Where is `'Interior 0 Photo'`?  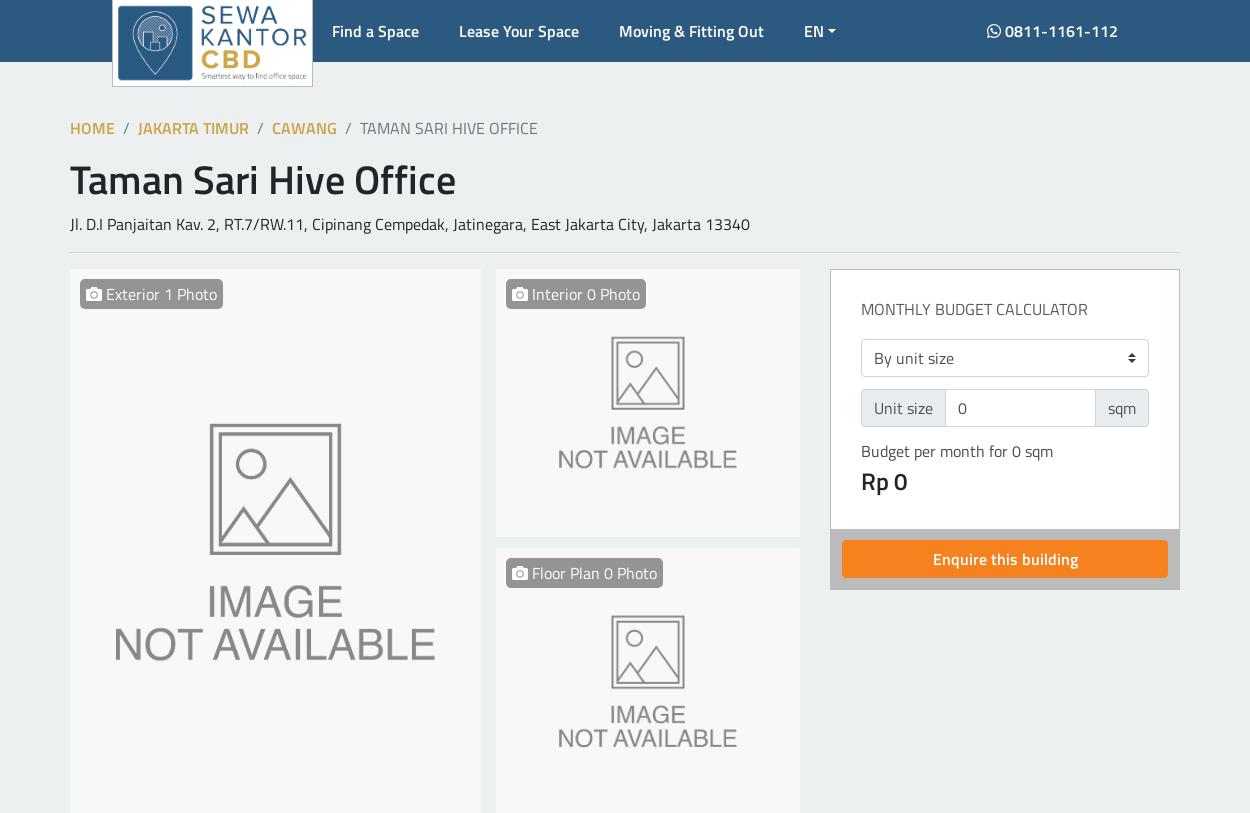 'Interior 0 Photo' is located at coordinates (582, 292).